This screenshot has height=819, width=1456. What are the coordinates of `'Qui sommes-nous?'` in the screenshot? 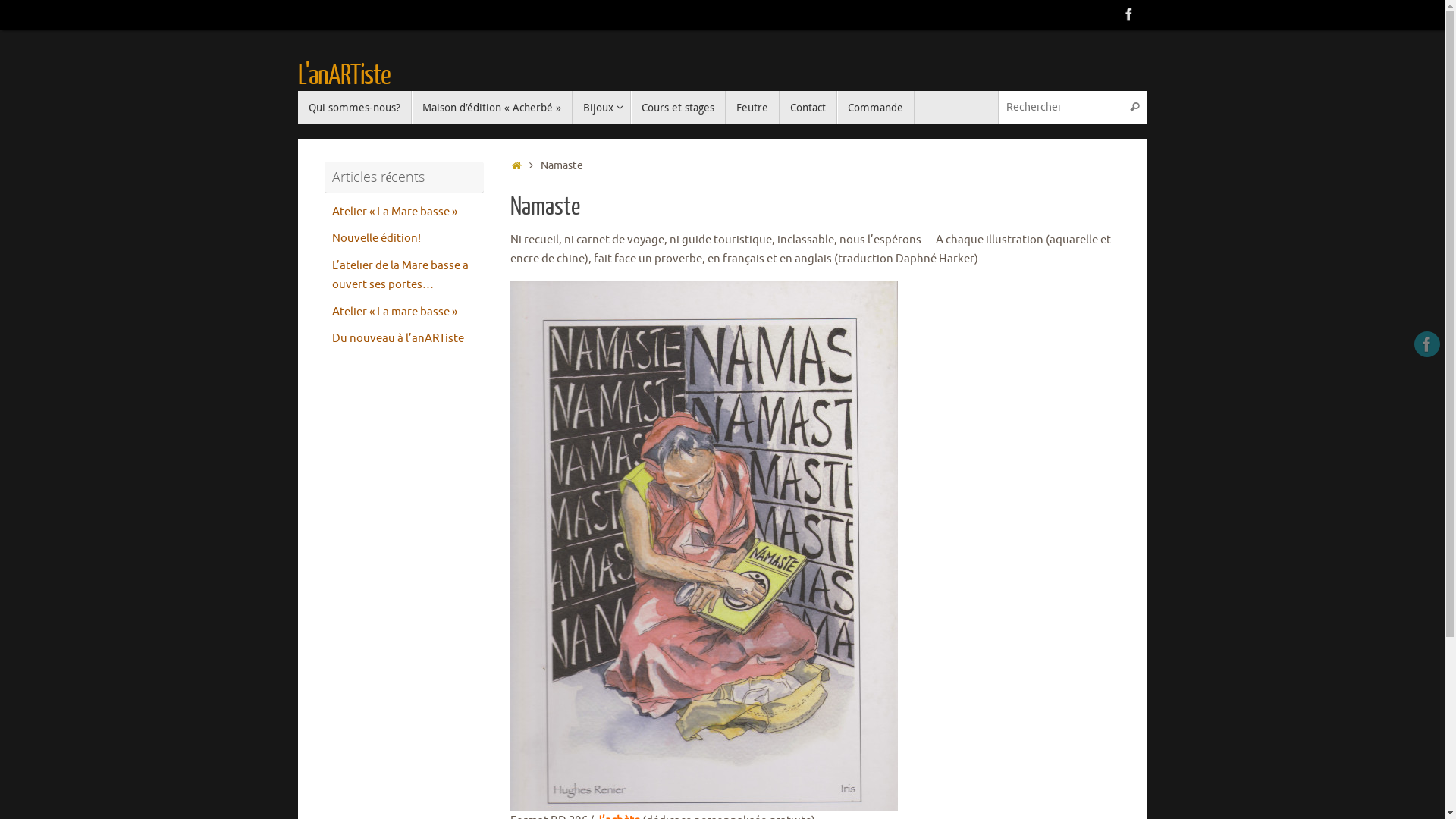 It's located at (353, 106).